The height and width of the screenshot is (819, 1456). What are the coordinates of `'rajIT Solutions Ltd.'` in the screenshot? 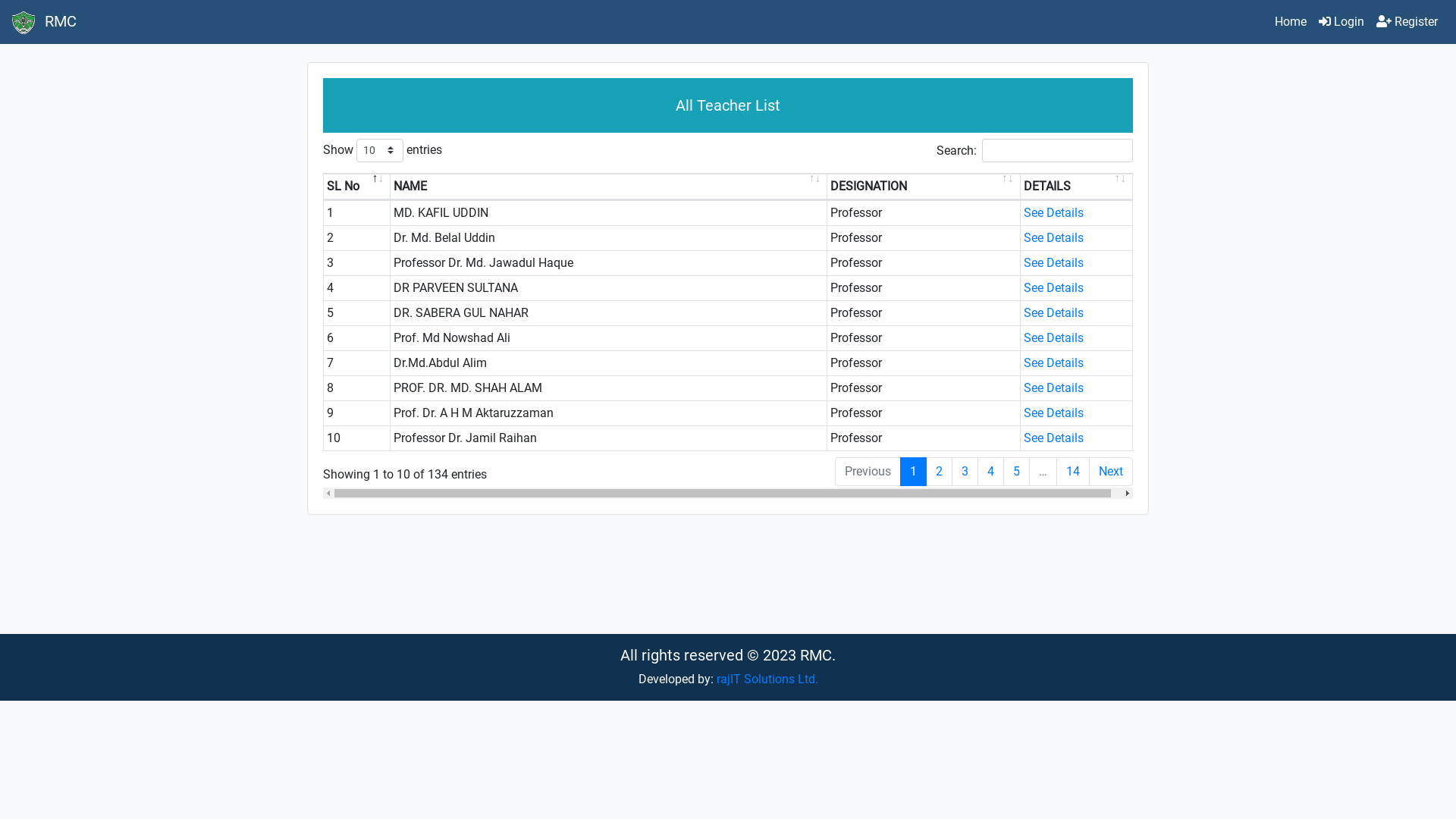 It's located at (767, 678).